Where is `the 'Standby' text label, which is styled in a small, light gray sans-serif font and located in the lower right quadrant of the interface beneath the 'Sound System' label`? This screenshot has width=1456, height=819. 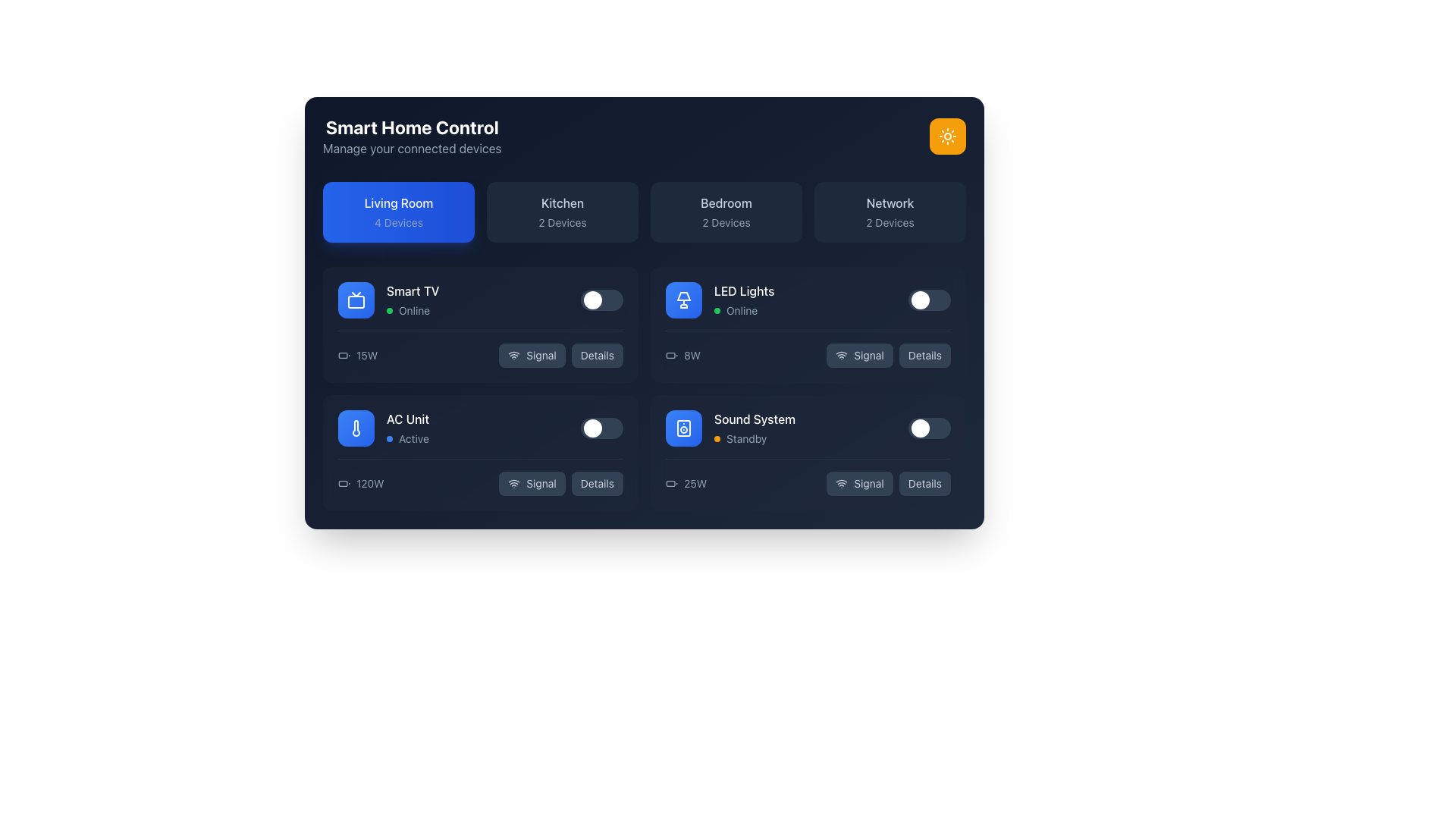
the 'Standby' text label, which is styled in a small, light gray sans-serif font and located in the lower right quadrant of the interface beneath the 'Sound System' label is located at coordinates (746, 438).